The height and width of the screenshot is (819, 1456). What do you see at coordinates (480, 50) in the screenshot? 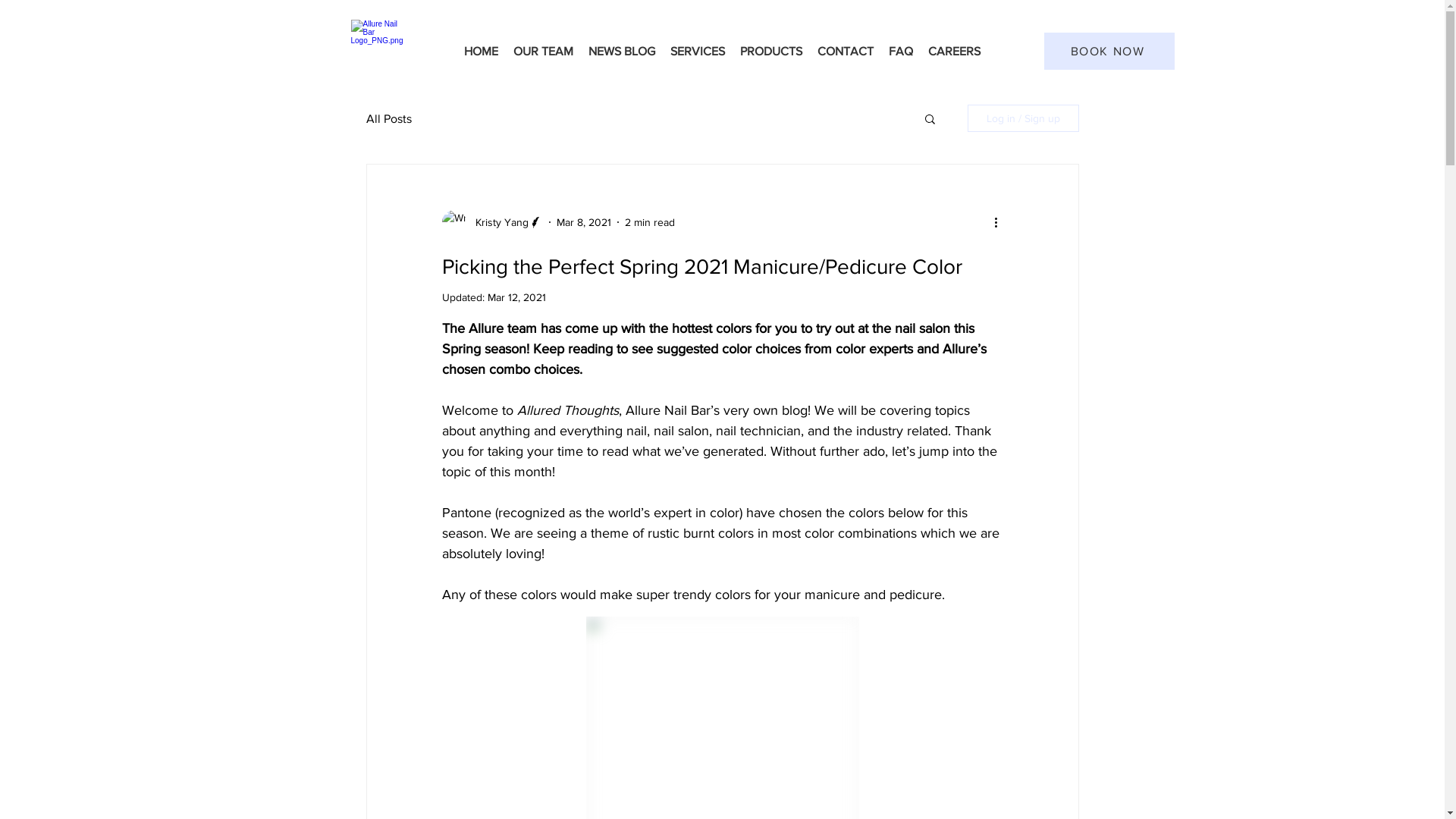
I see `'HOME'` at bounding box center [480, 50].